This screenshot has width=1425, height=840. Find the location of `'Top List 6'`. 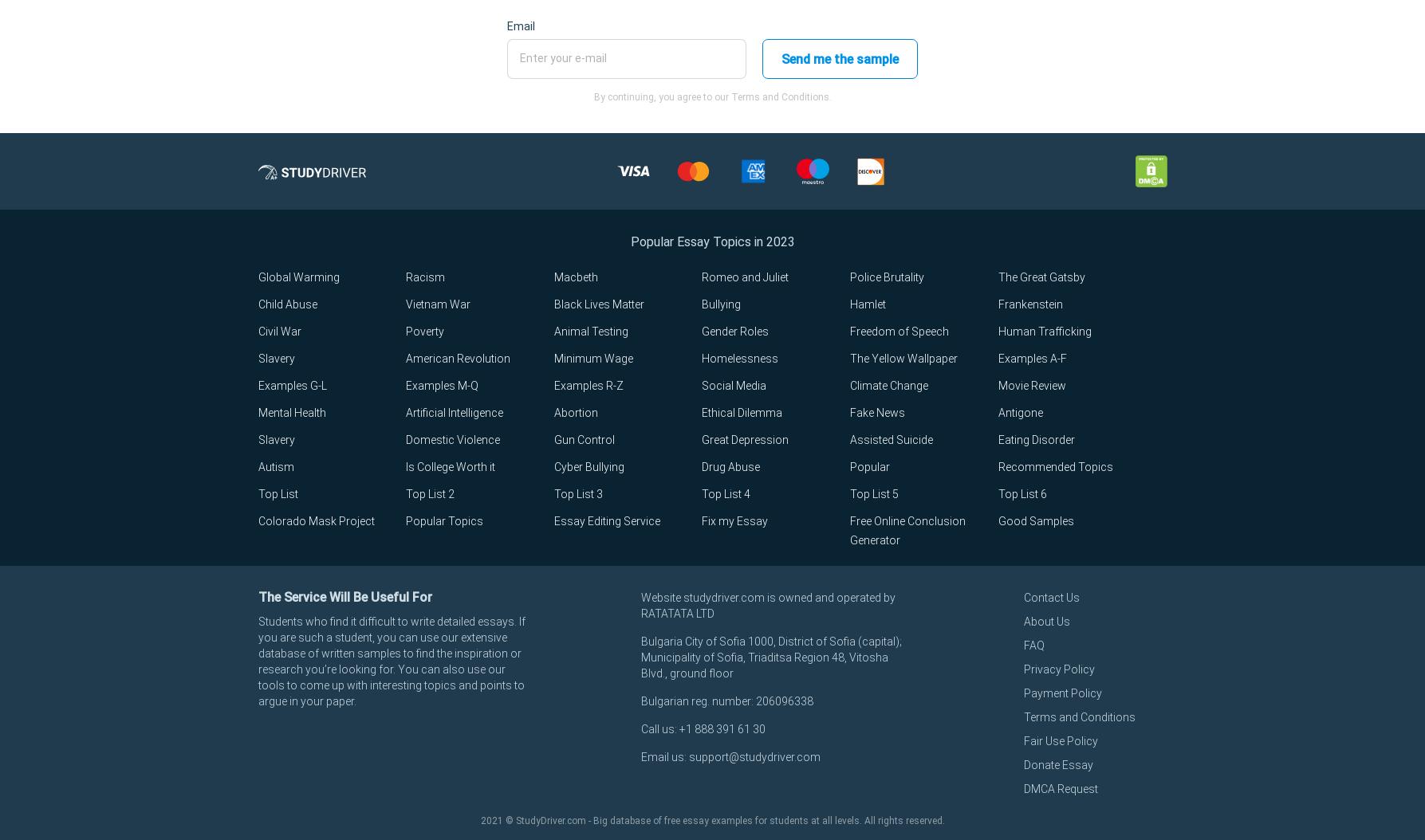

'Top List 6' is located at coordinates (1021, 493).